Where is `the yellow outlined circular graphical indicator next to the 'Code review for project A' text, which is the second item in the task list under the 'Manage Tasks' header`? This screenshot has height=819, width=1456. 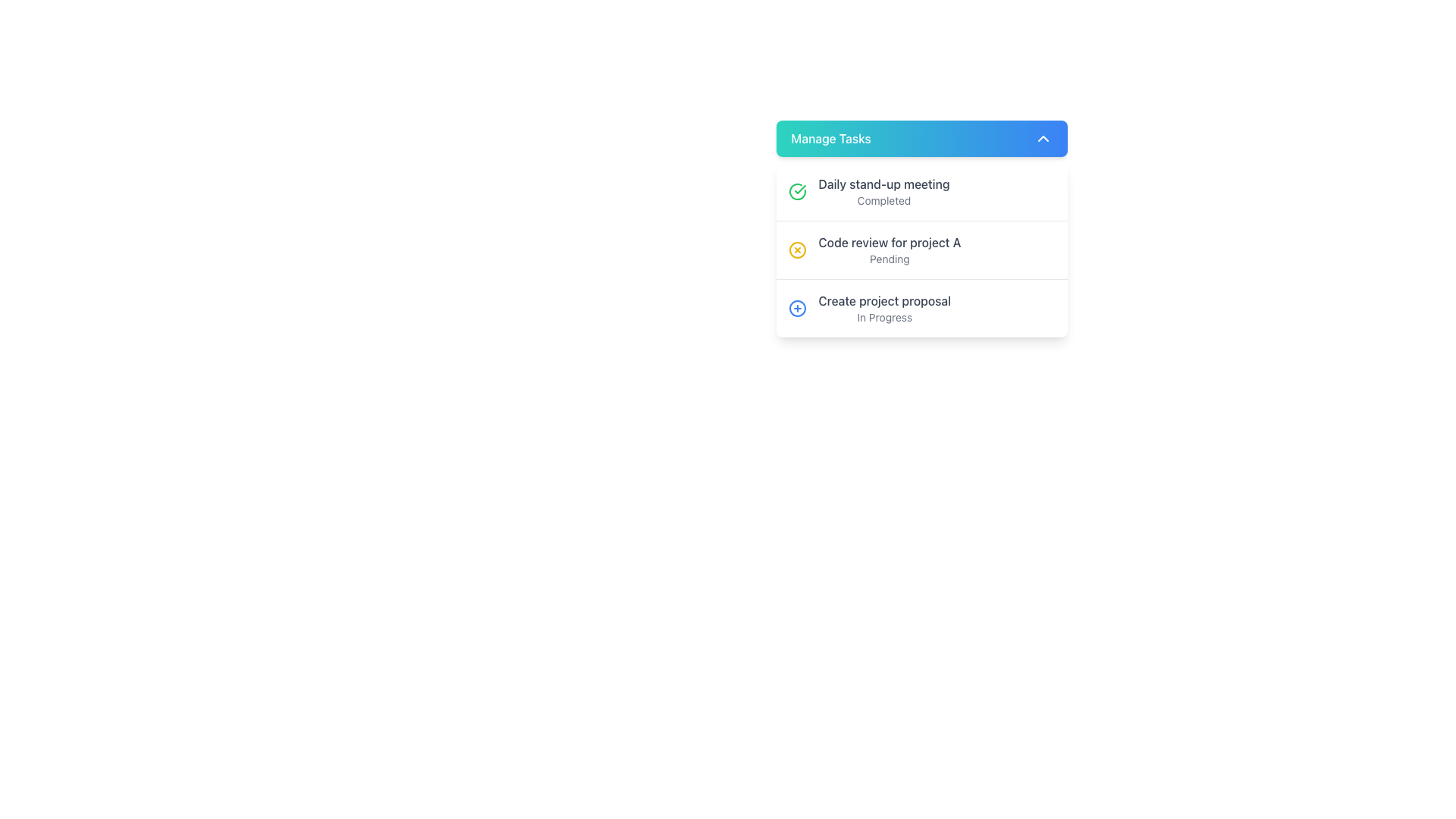
the yellow outlined circular graphical indicator next to the 'Code review for project A' text, which is the second item in the task list under the 'Manage Tasks' header is located at coordinates (796, 249).